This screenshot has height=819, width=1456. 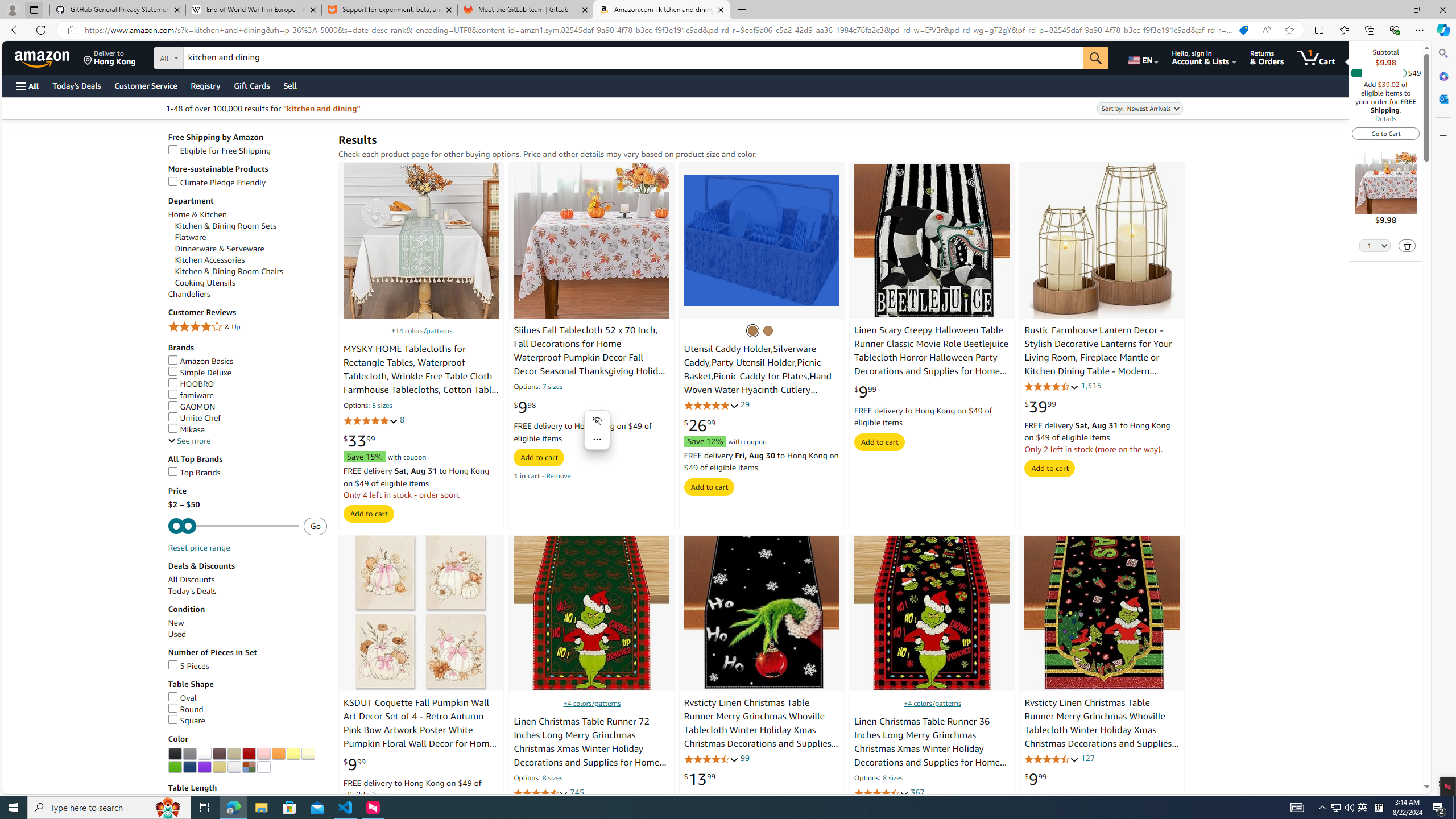 I want to click on 'Natural', so click(x=767, y=330).